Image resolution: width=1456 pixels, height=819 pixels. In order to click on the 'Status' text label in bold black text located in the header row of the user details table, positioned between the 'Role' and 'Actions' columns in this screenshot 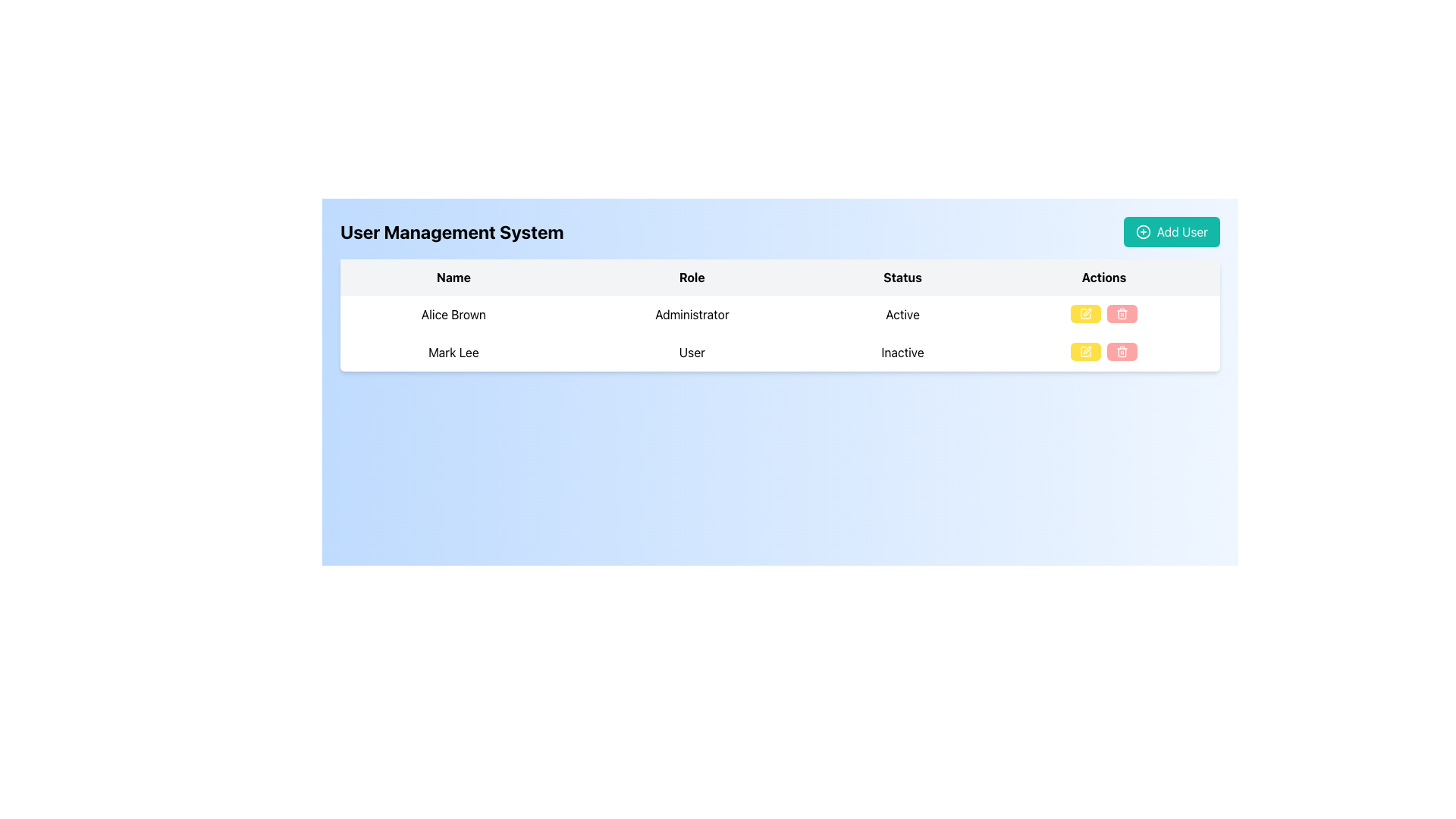, I will do `click(902, 278)`.